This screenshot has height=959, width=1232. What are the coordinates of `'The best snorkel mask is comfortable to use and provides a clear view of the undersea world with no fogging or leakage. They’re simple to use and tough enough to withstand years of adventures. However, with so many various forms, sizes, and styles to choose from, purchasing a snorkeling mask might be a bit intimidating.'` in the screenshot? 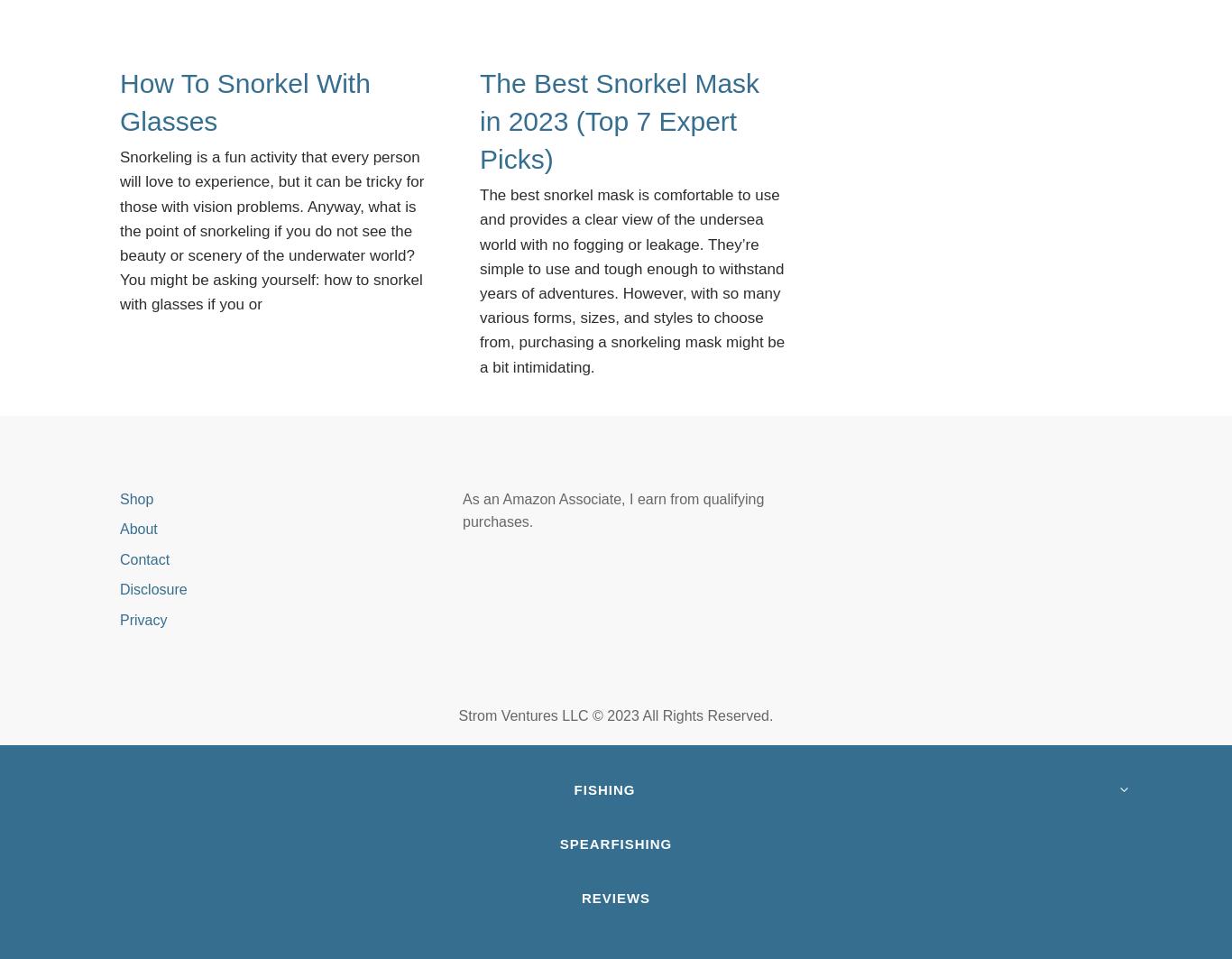 It's located at (632, 281).